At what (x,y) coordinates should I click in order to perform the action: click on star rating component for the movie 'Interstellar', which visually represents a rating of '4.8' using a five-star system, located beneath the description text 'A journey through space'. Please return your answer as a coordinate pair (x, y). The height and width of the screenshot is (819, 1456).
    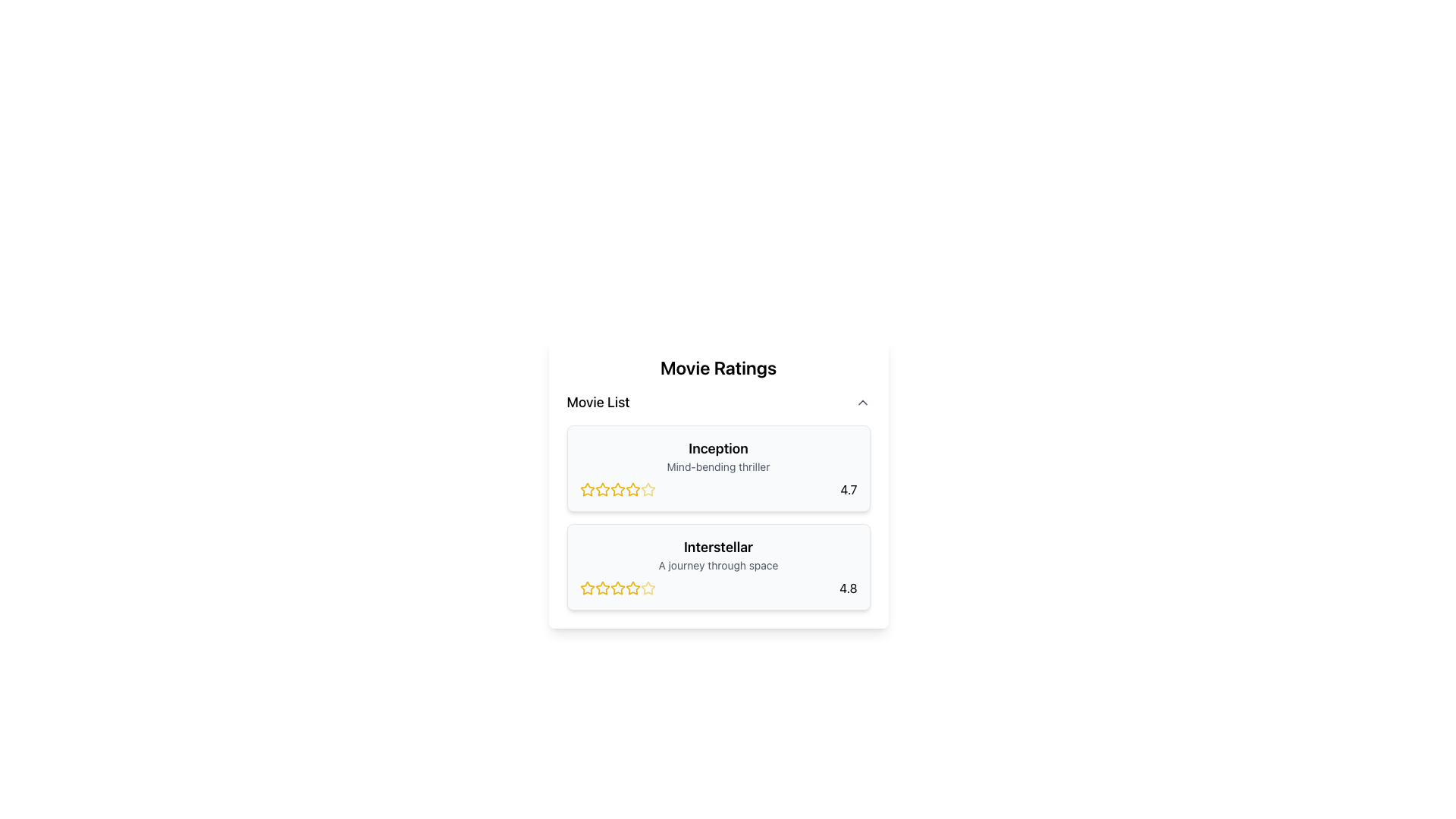
    Looking at the image, I should click on (717, 587).